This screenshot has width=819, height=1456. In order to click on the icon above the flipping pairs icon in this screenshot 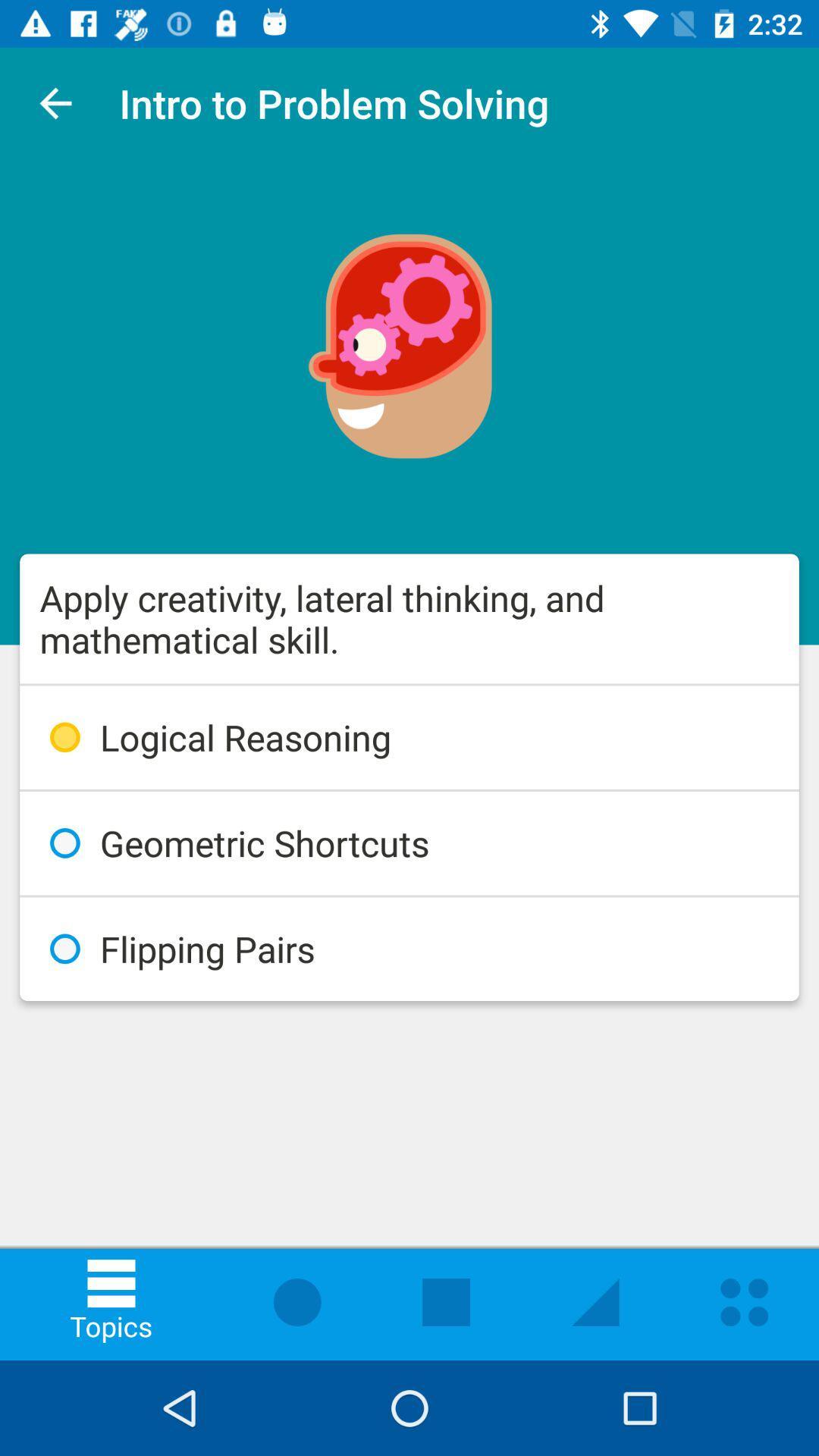, I will do `click(409, 843)`.